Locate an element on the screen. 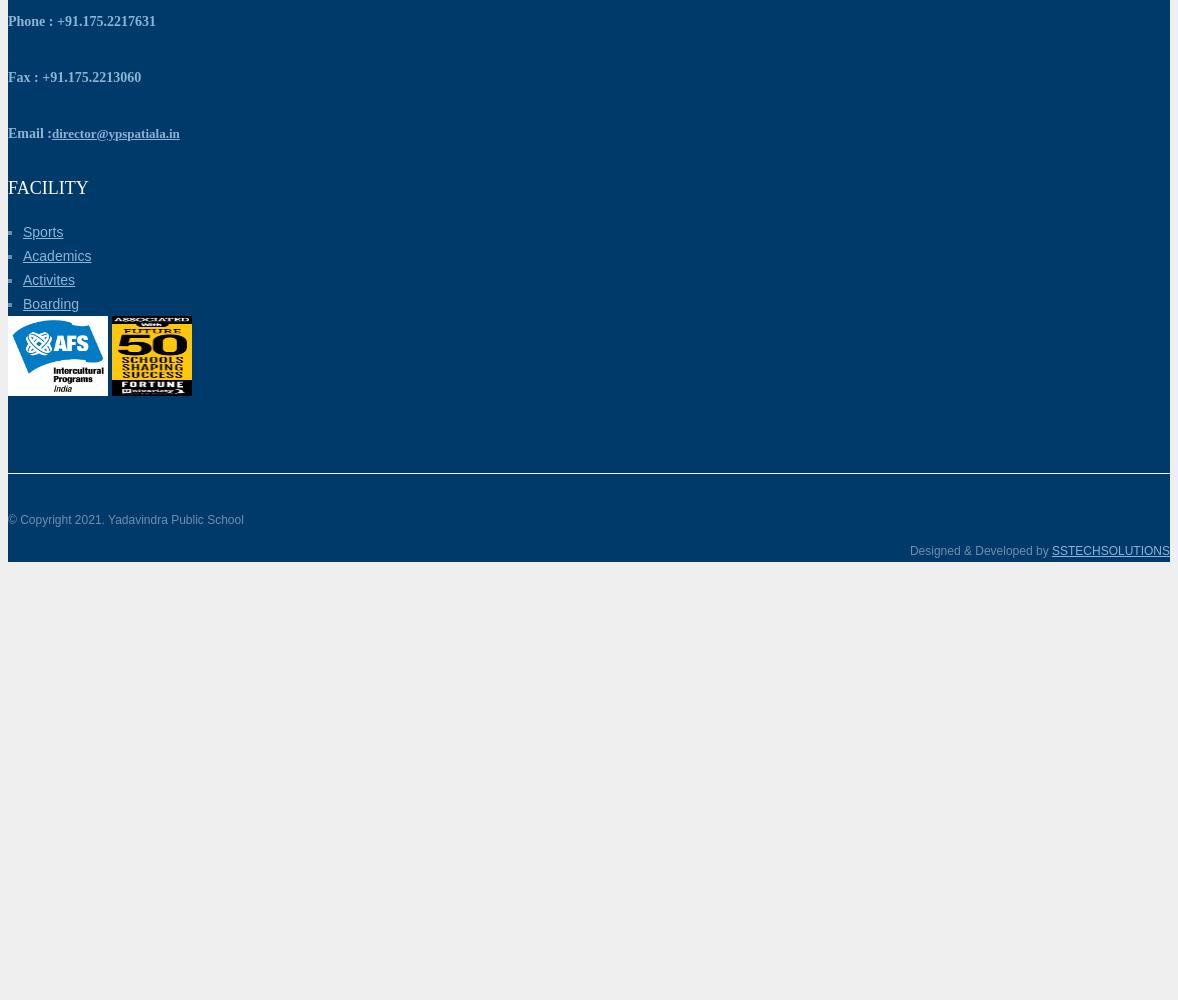 The width and height of the screenshot is (1178, 1000). 'Fax : +91.175.2213060' is located at coordinates (73, 76).